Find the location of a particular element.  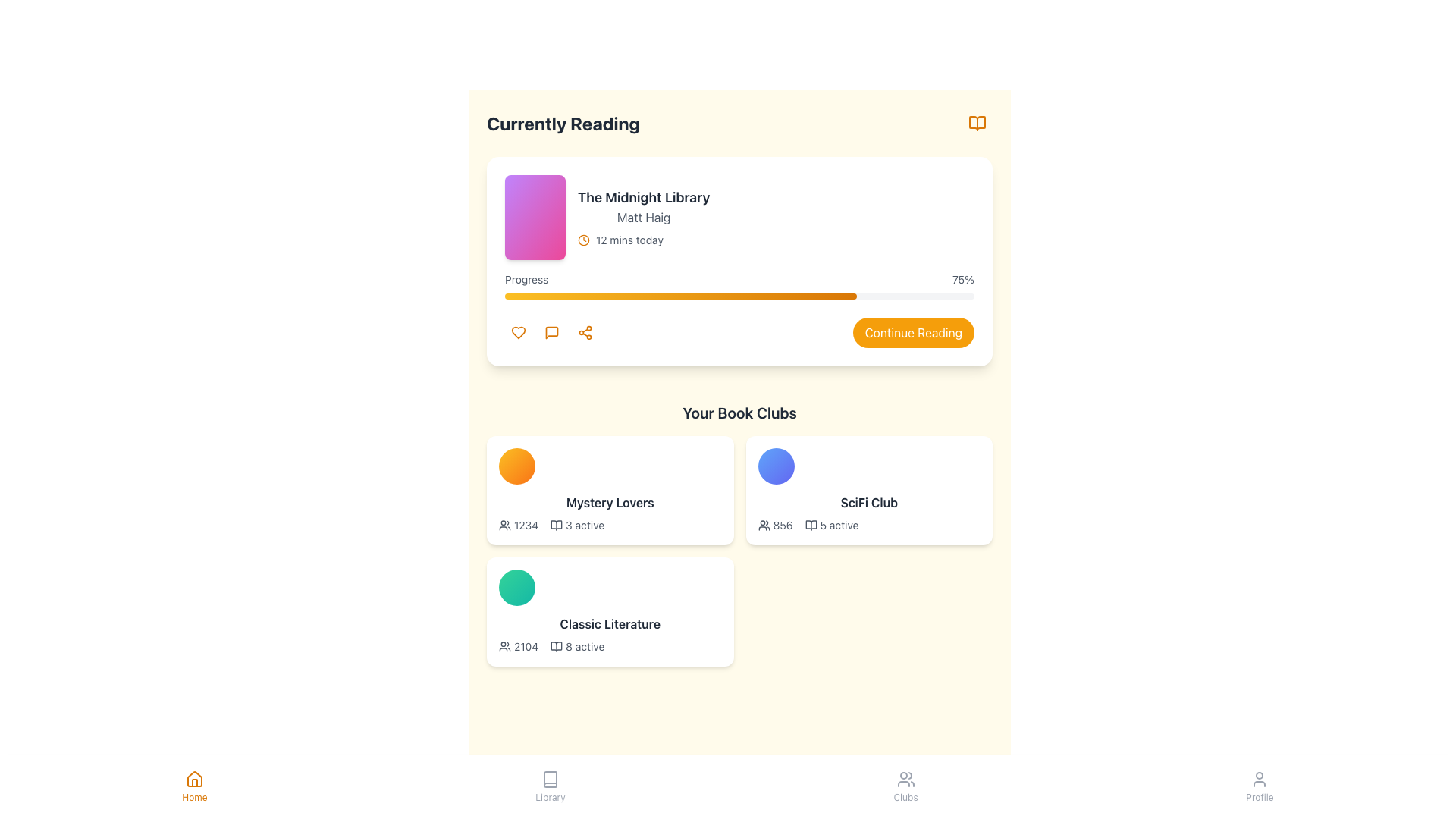

the text label displaying '75%' which indicates the reading progress in a card component under the 'Currently Reading' header is located at coordinates (962, 280).